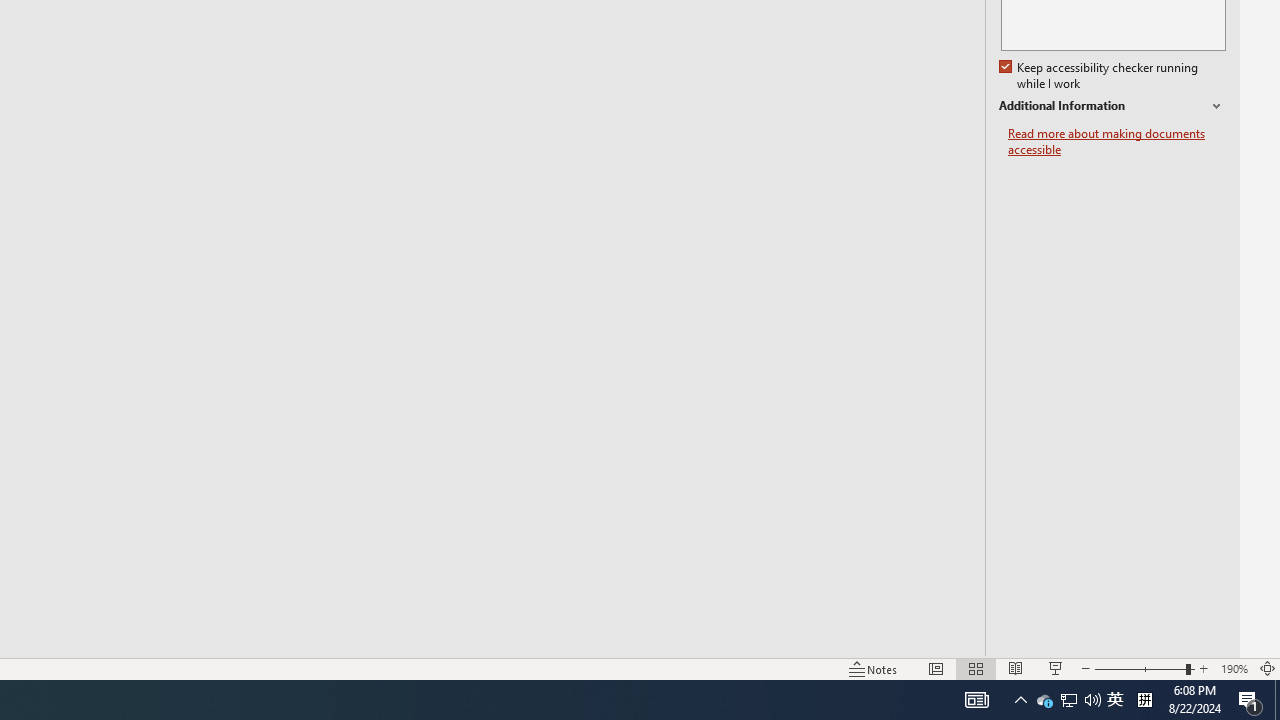 This screenshot has height=720, width=1280. What do you see at coordinates (1111, 106) in the screenshot?
I see `'Additional Information'` at bounding box center [1111, 106].